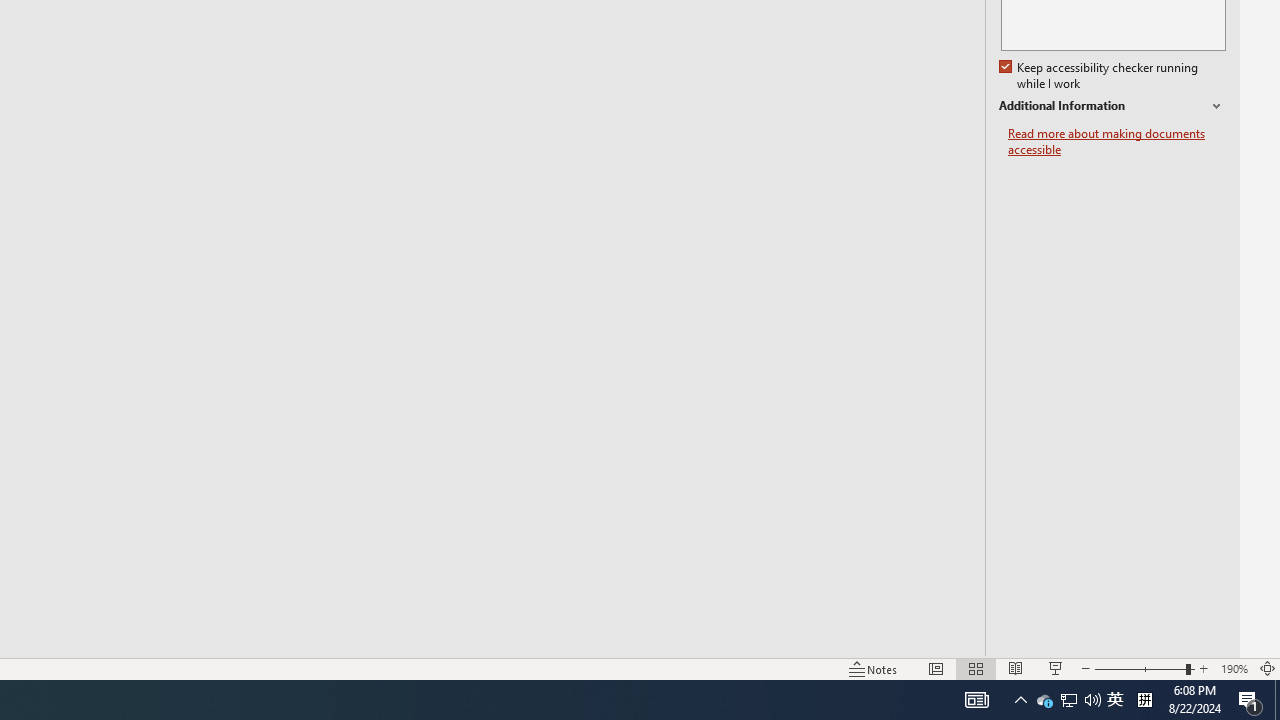 This screenshot has height=720, width=1280. What do you see at coordinates (1111, 106) in the screenshot?
I see `'Additional Information'` at bounding box center [1111, 106].